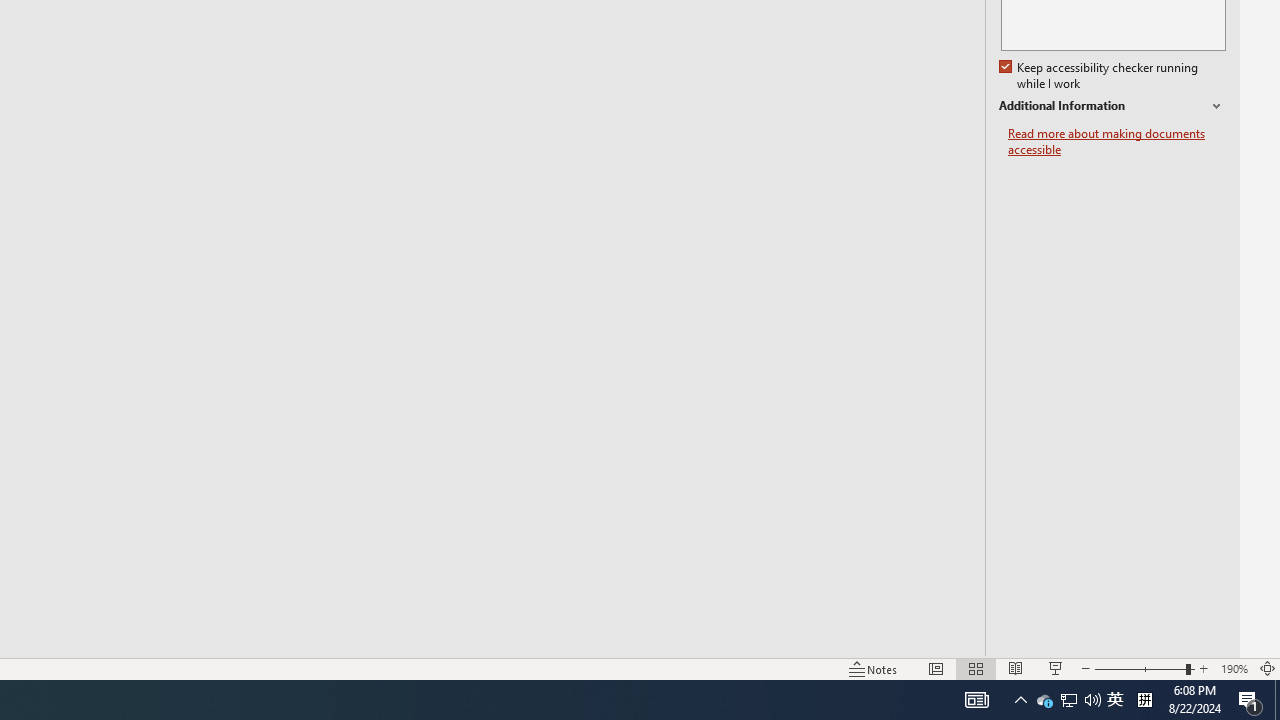 This screenshot has height=720, width=1280. What do you see at coordinates (1111, 106) in the screenshot?
I see `'Additional Information'` at bounding box center [1111, 106].